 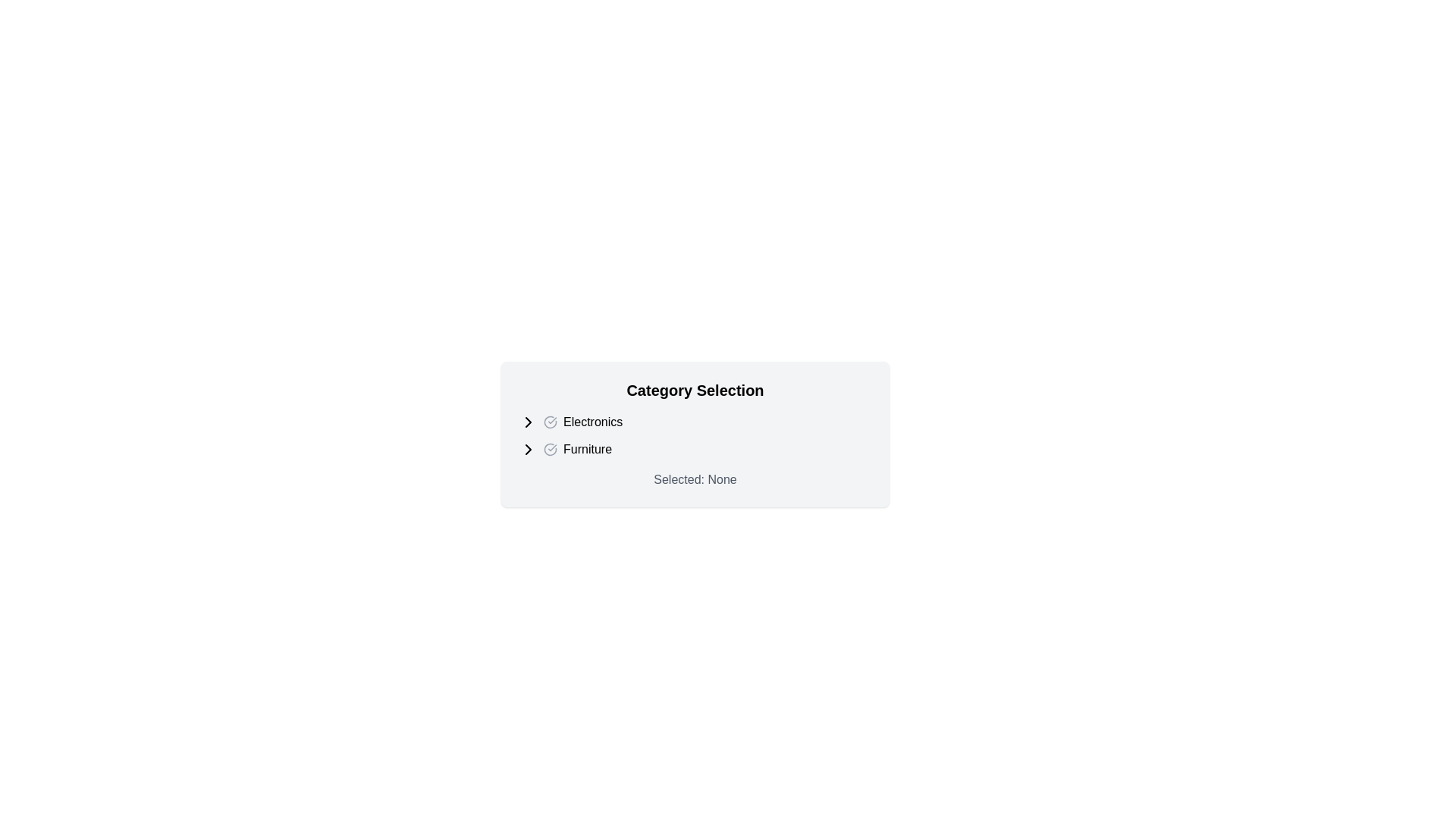 What do you see at coordinates (549, 422) in the screenshot?
I see `the selection status indicator located to the left of the 'Electronics' text label in the category selection panel` at bounding box center [549, 422].